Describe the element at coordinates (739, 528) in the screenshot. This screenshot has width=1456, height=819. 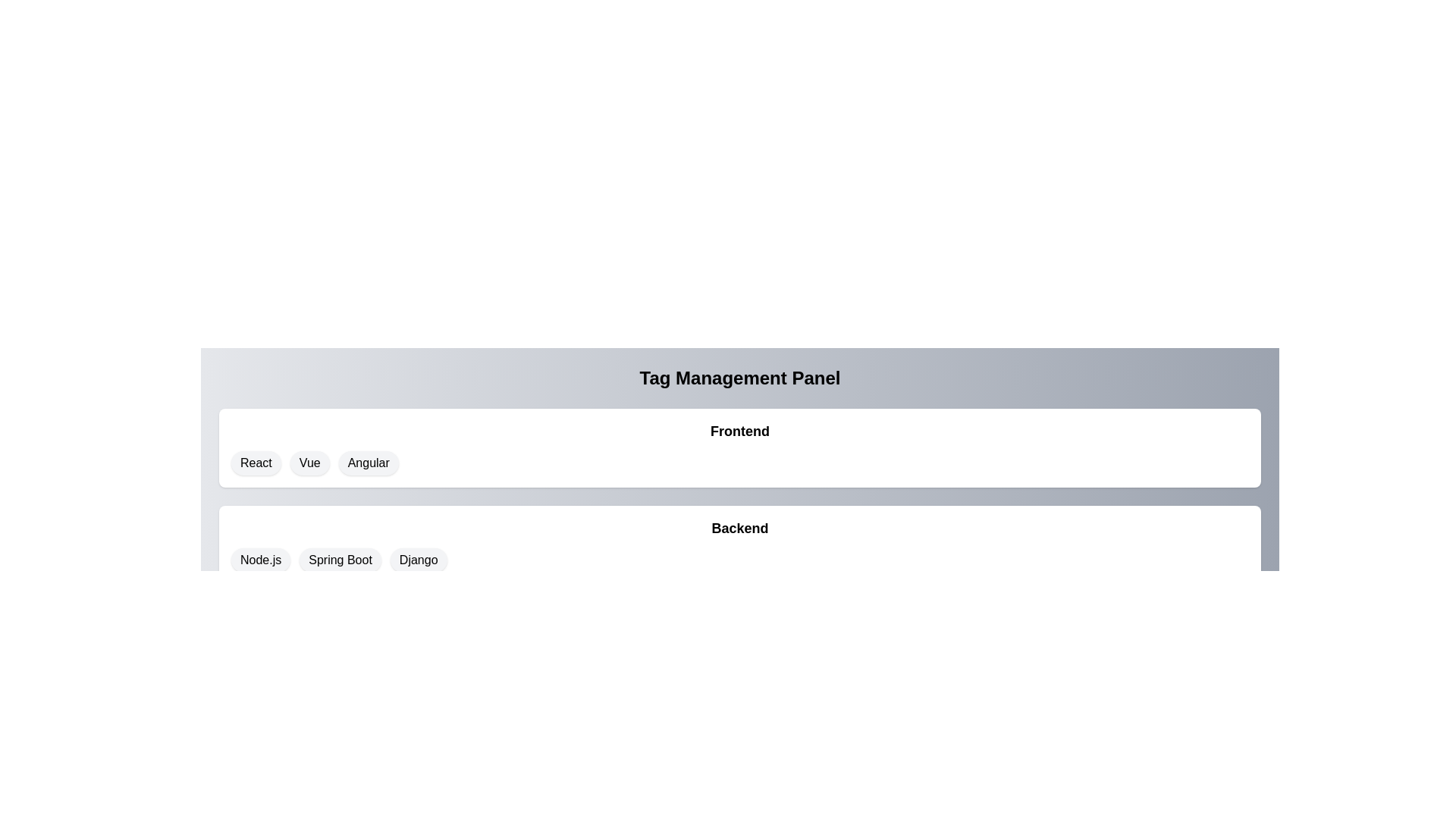
I see `the non-interactive heading labeled 'Backend', which visually groups related technologies, to read the text` at that location.